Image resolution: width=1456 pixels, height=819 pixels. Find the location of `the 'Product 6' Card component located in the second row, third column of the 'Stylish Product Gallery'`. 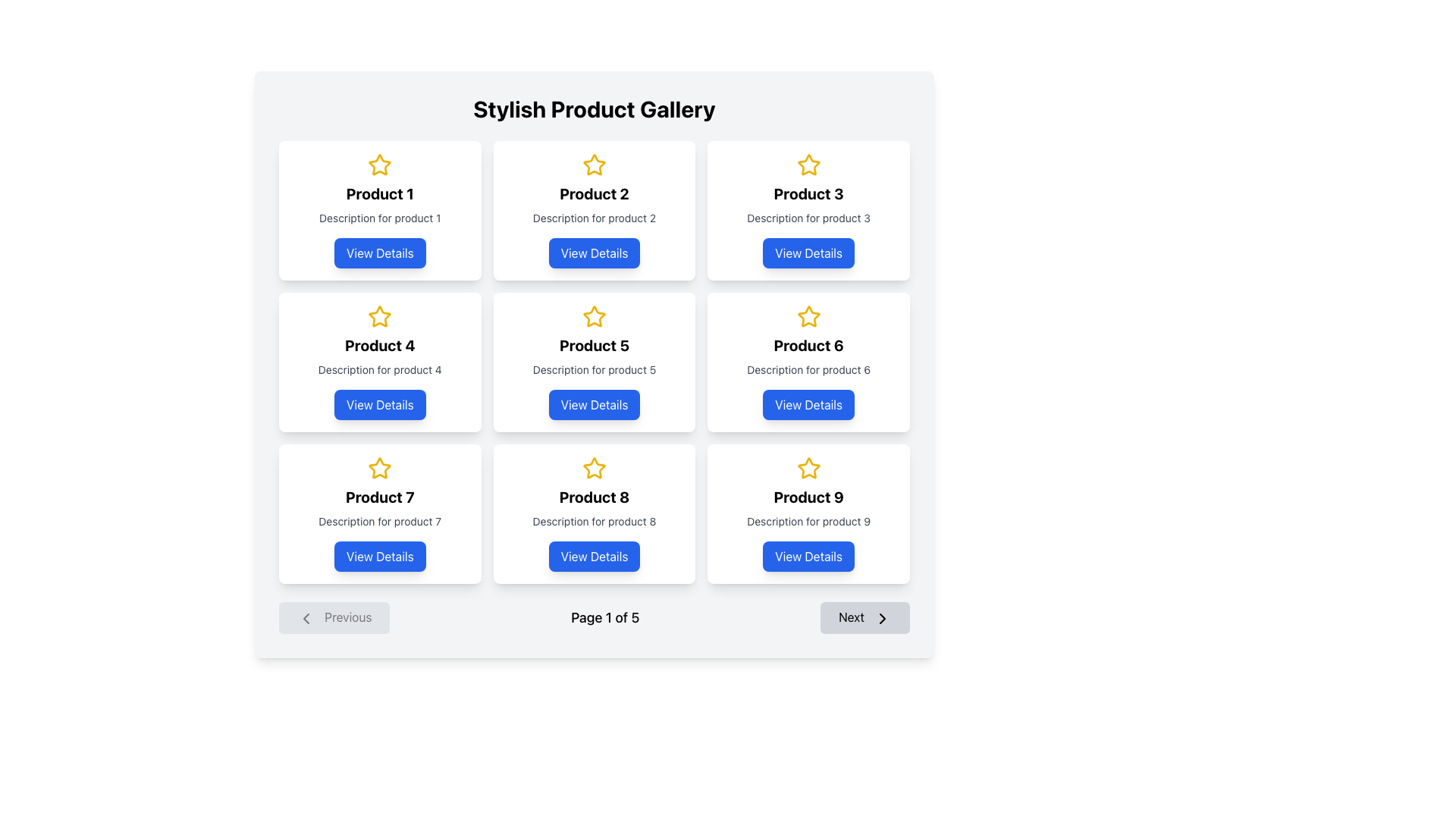

the 'Product 6' Card component located in the second row, third column of the 'Stylish Product Gallery' is located at coordinates (808, 362).